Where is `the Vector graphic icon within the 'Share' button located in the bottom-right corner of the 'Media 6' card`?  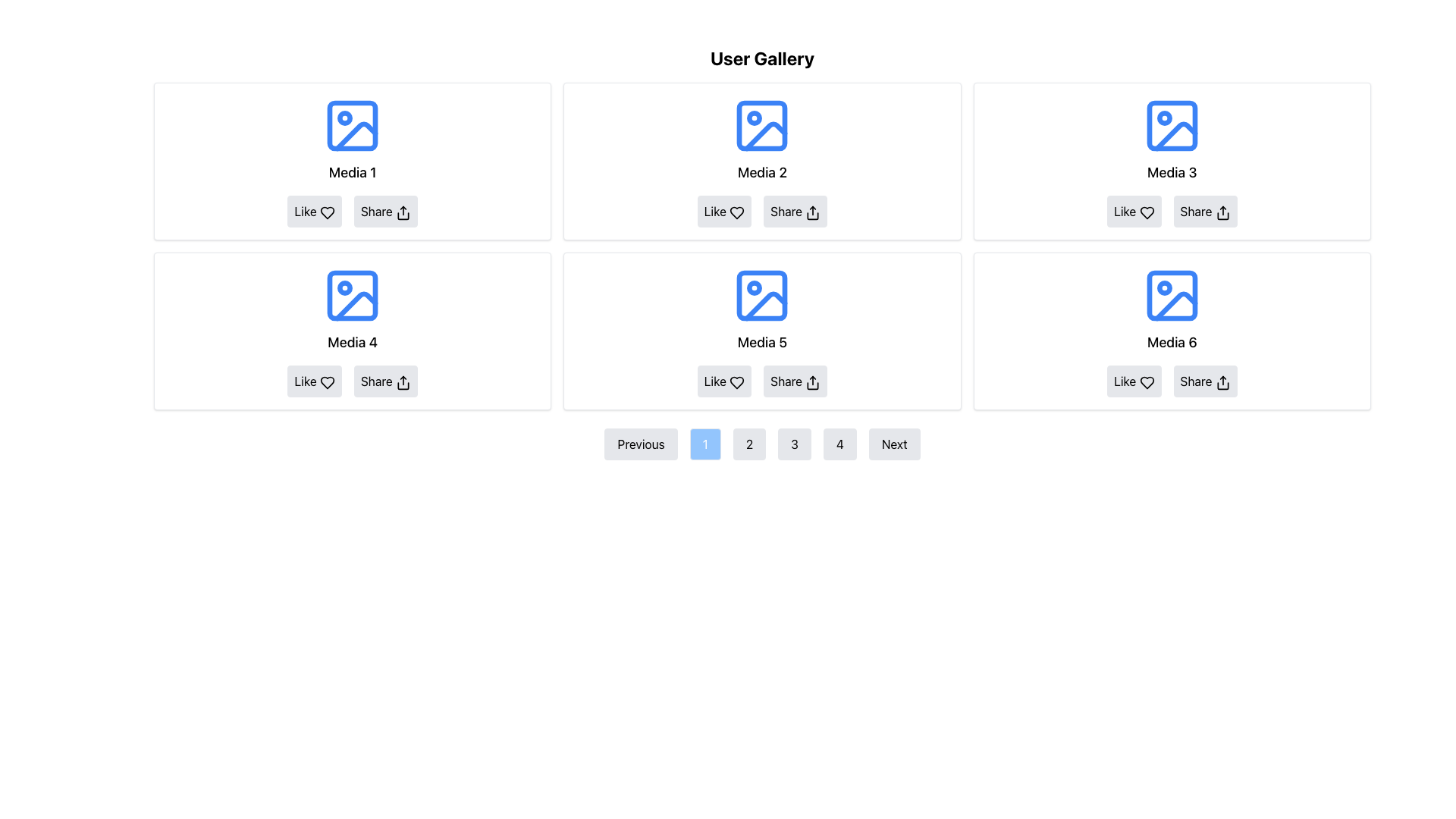 the Vector graphic icon within the 'Share' button located in the bottom-right corner of the 'Media 6' card is located at coordinates (1222, 381).